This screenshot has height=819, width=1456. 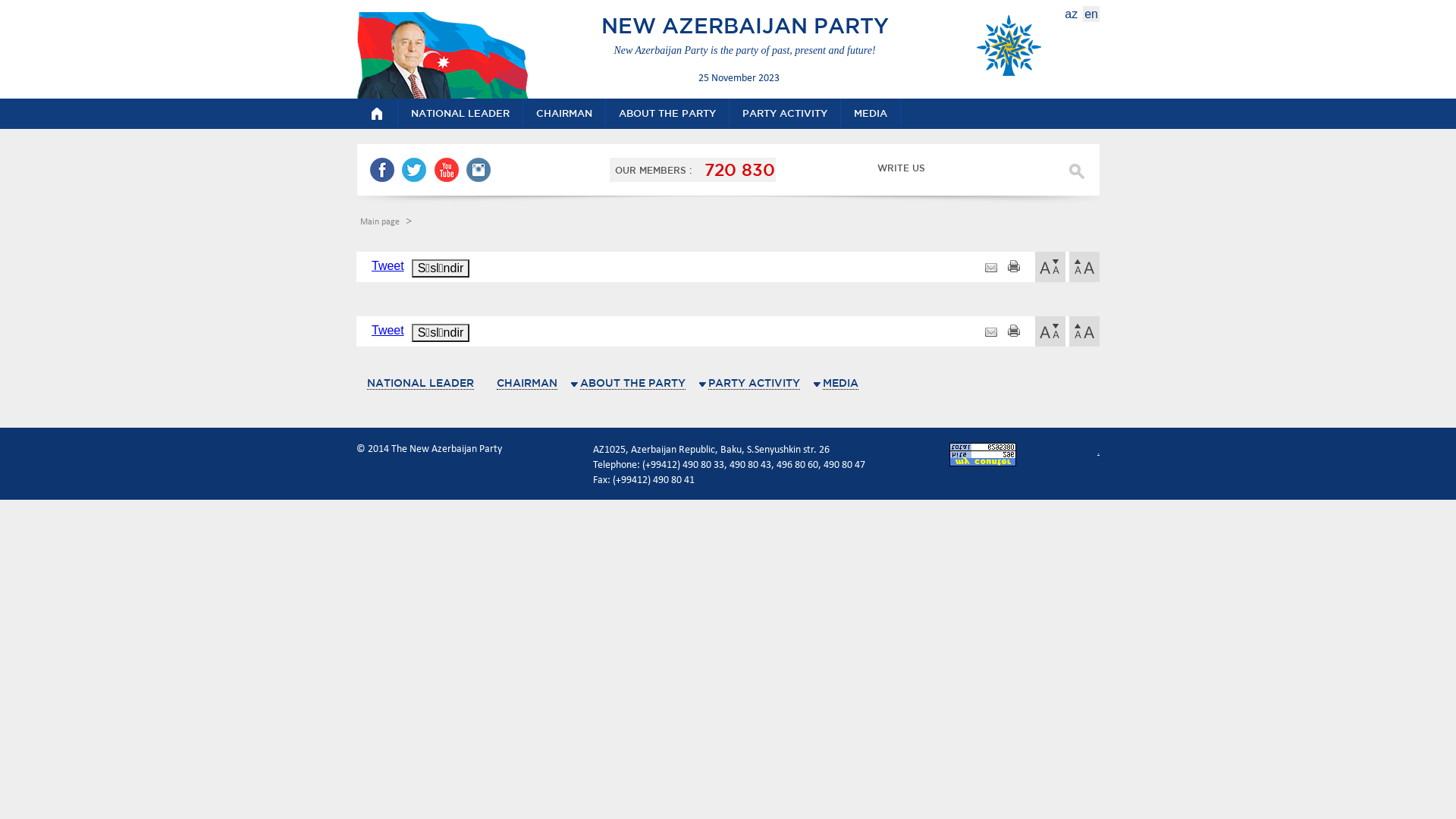 What do you see at coordinates (1062, 14) in the screenshot?
I see `'az'` at bounding box center [1062, 14].